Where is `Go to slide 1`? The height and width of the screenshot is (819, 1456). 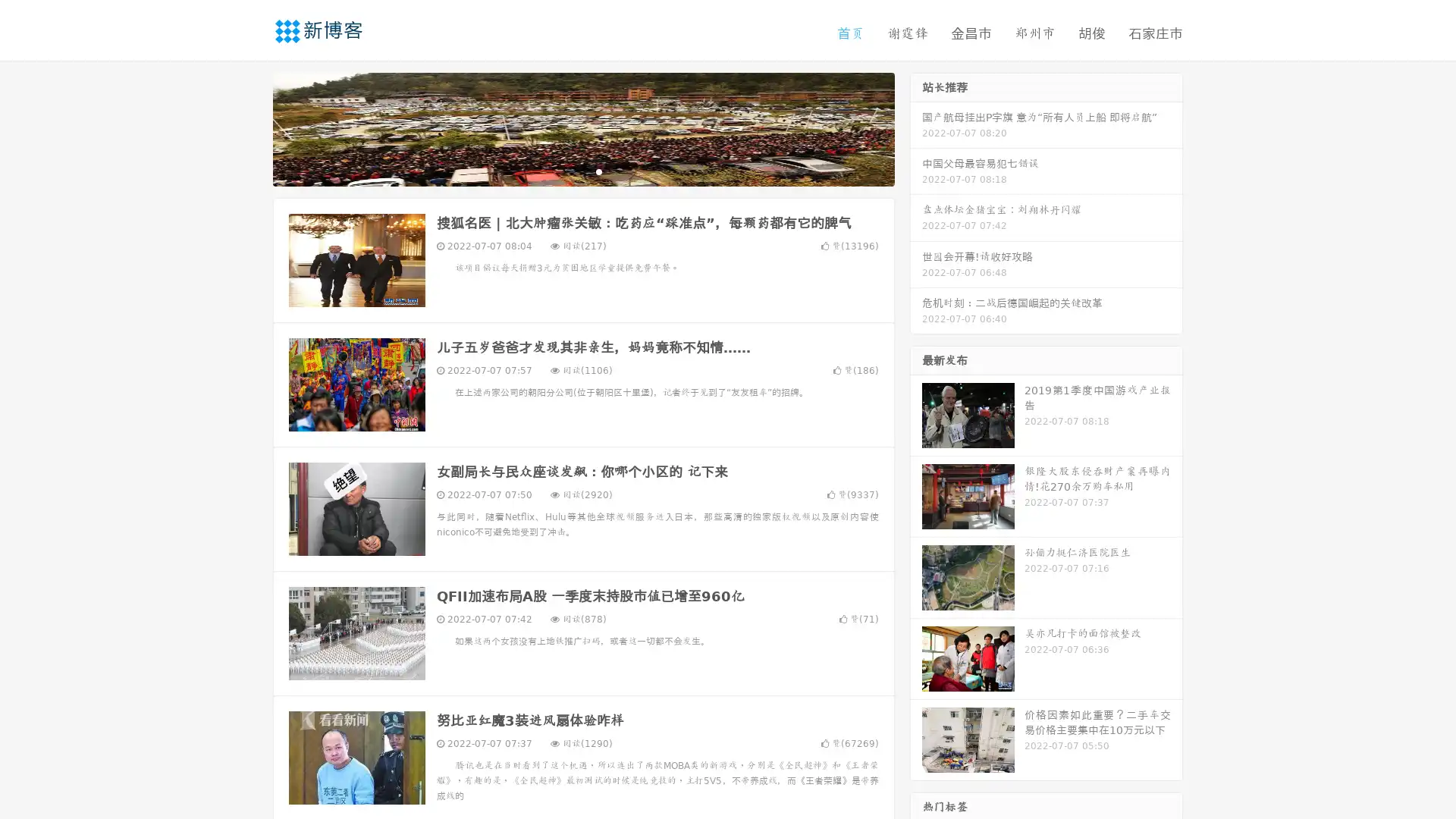
Go to slide 1 is located at coordinates (567, 171).